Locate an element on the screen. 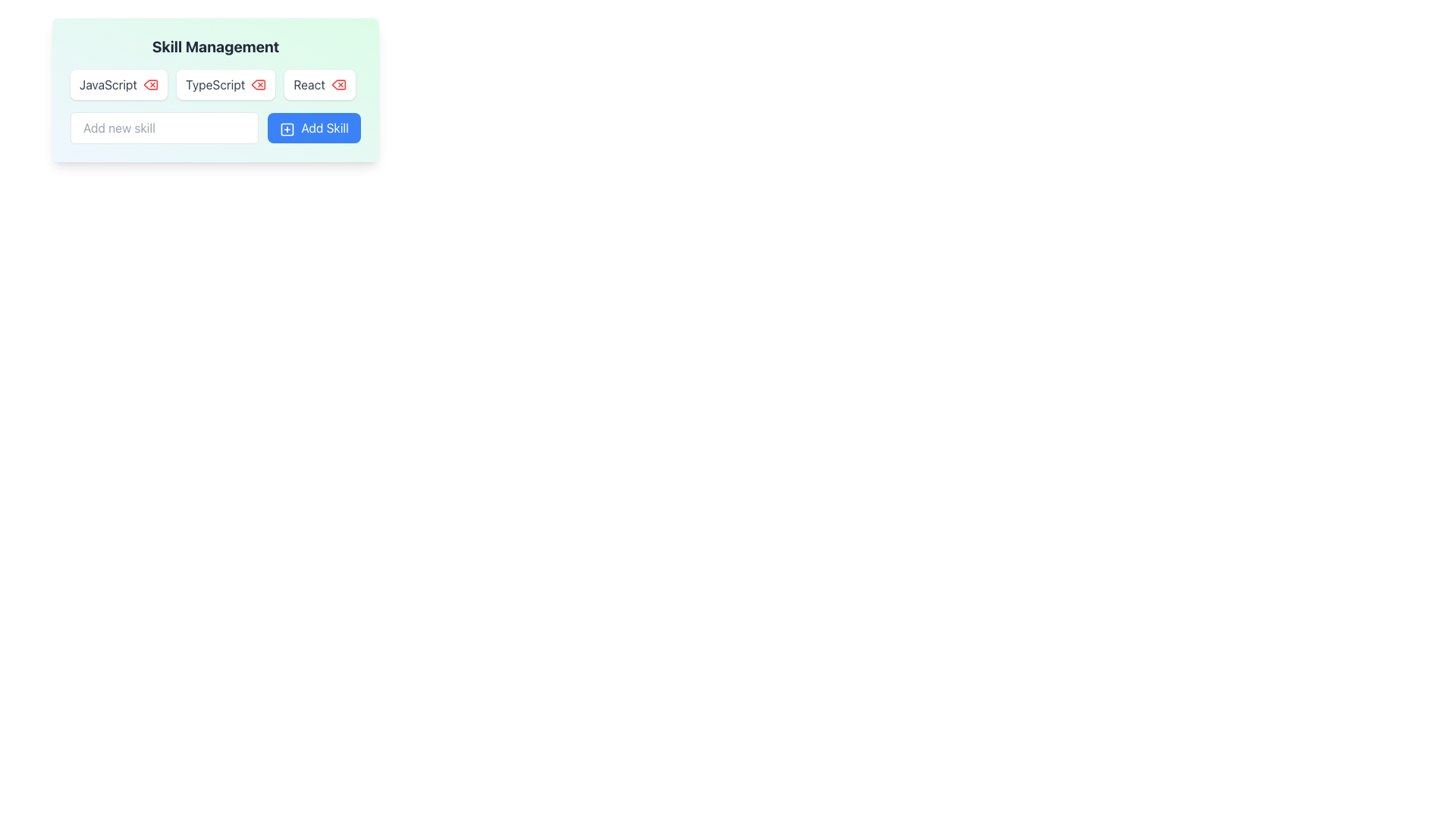  the text label indicating the skill name 'JavaScript', which is located in the upper-left quadrant of the interface is located at coordinates (108, 84).